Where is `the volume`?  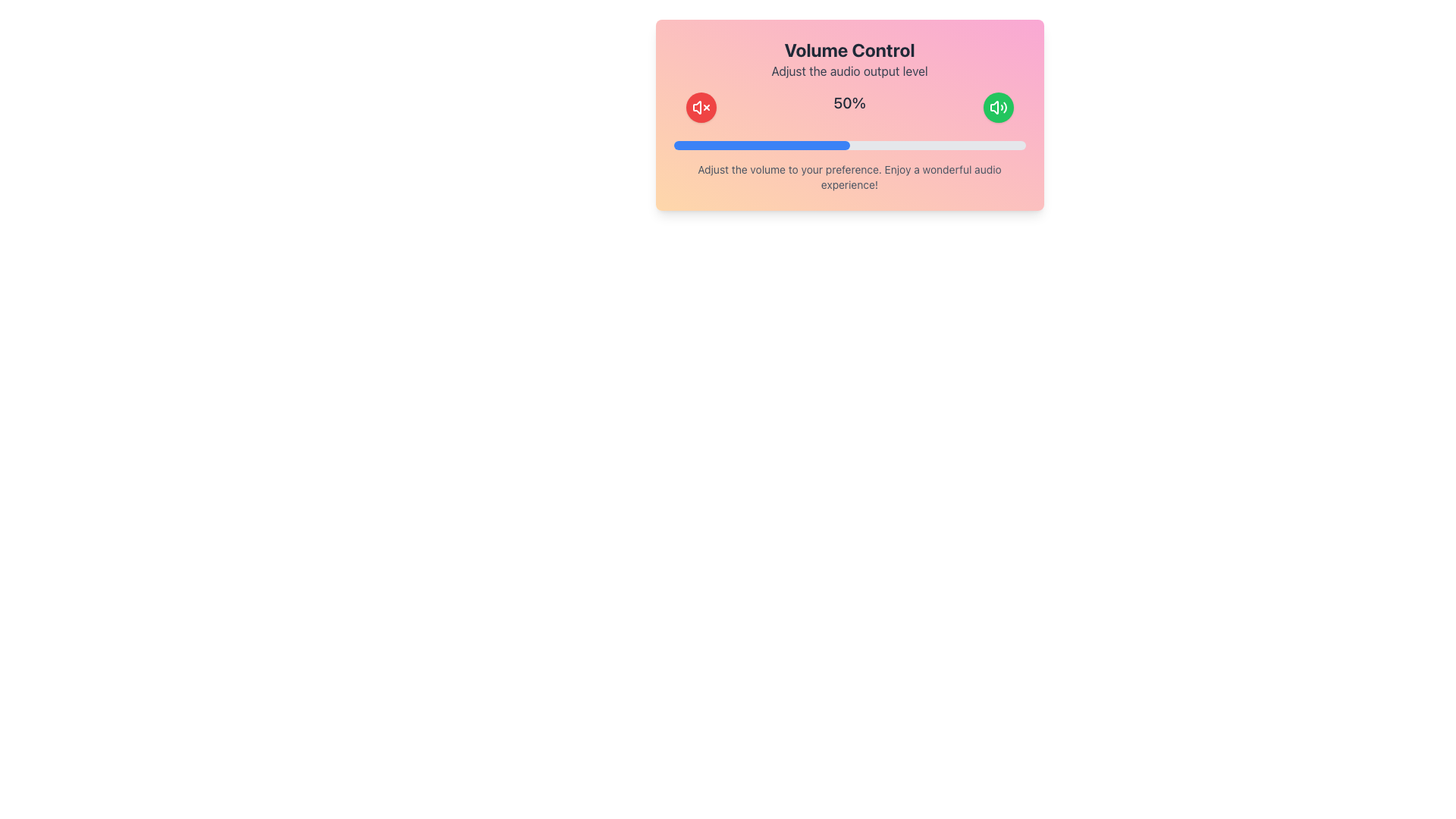 the volume is located at coordinates (958, 146).